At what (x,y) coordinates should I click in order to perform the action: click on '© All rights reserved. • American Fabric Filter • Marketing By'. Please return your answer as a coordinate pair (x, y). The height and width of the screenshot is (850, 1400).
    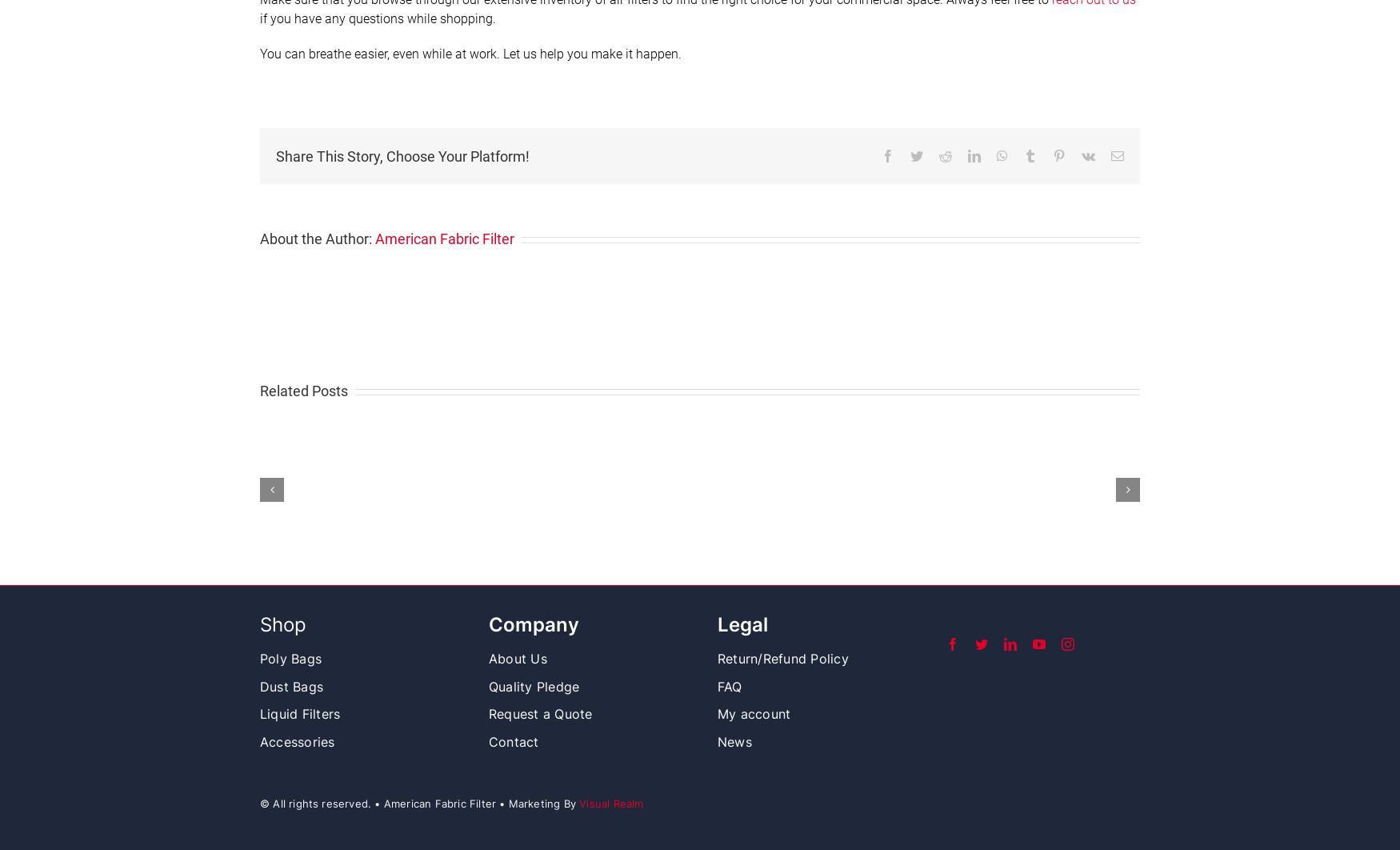
    Looking at the image, I should click on (418, 803).